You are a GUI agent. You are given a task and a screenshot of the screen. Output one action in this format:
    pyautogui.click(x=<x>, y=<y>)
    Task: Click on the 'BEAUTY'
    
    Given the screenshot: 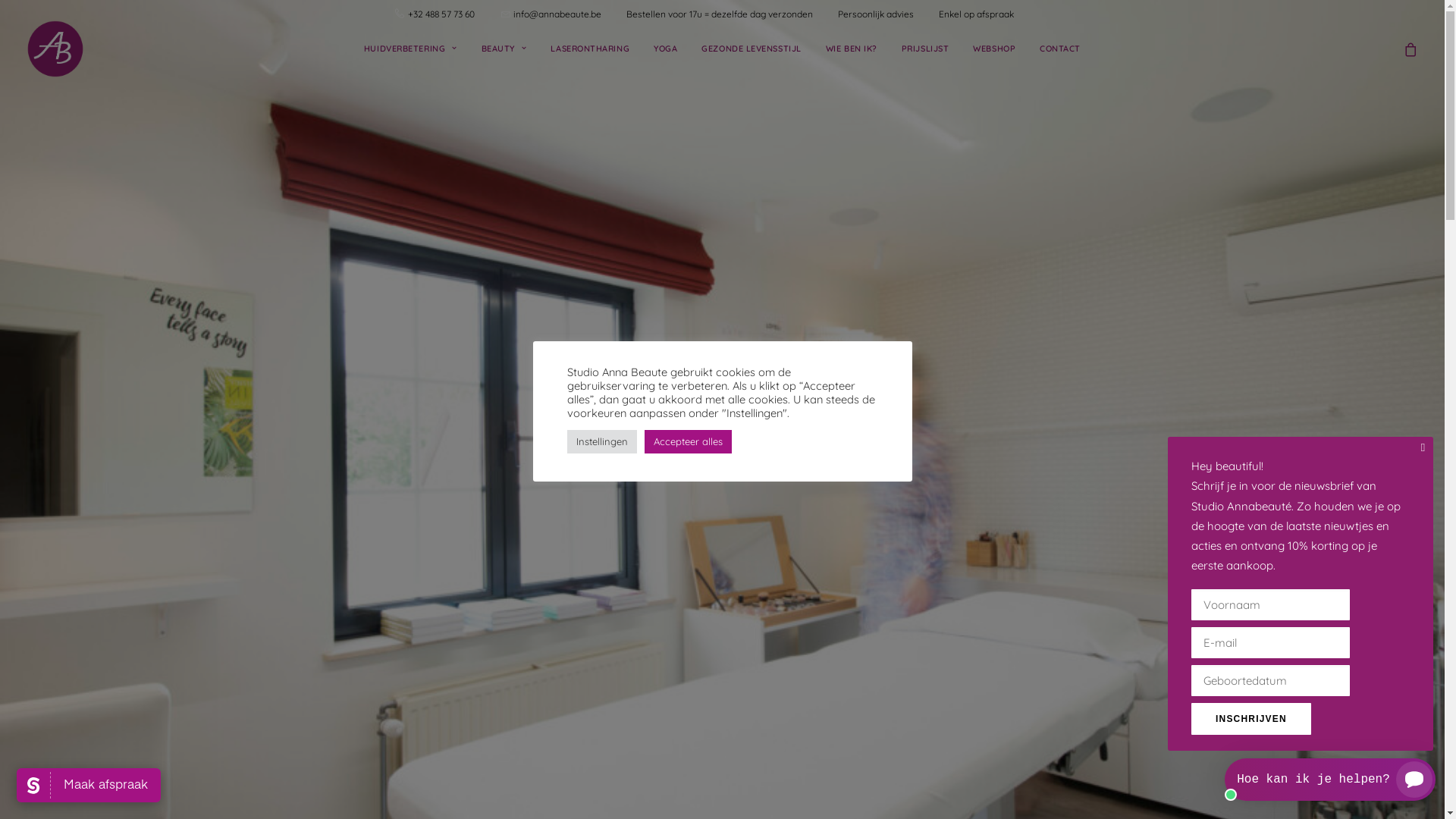 What is the action you would take?
    pyautogui.click(x=504, y=48)
    